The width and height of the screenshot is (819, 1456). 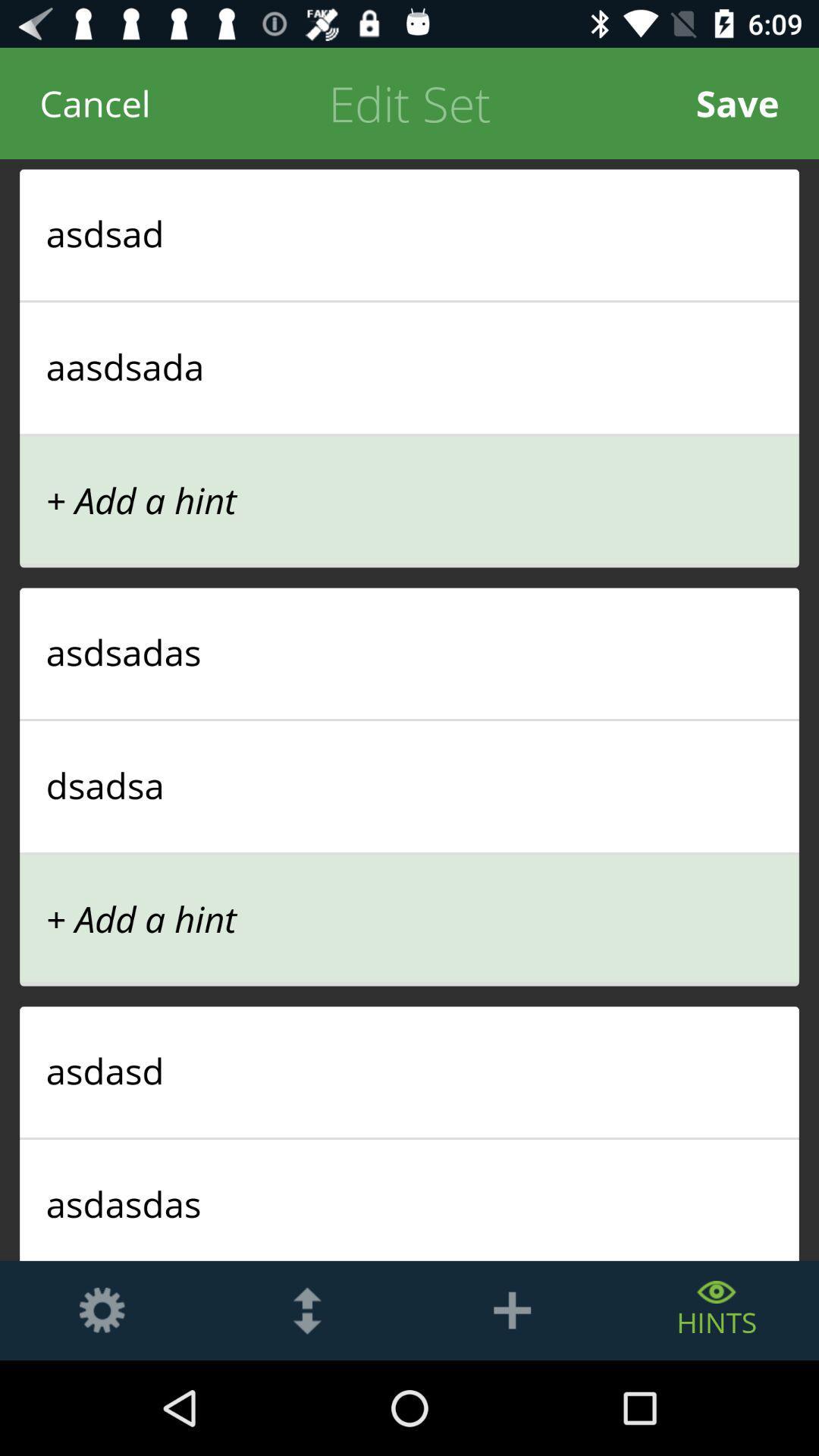 I want to click on icon to the right of edit set, so click(x=736, y=102).